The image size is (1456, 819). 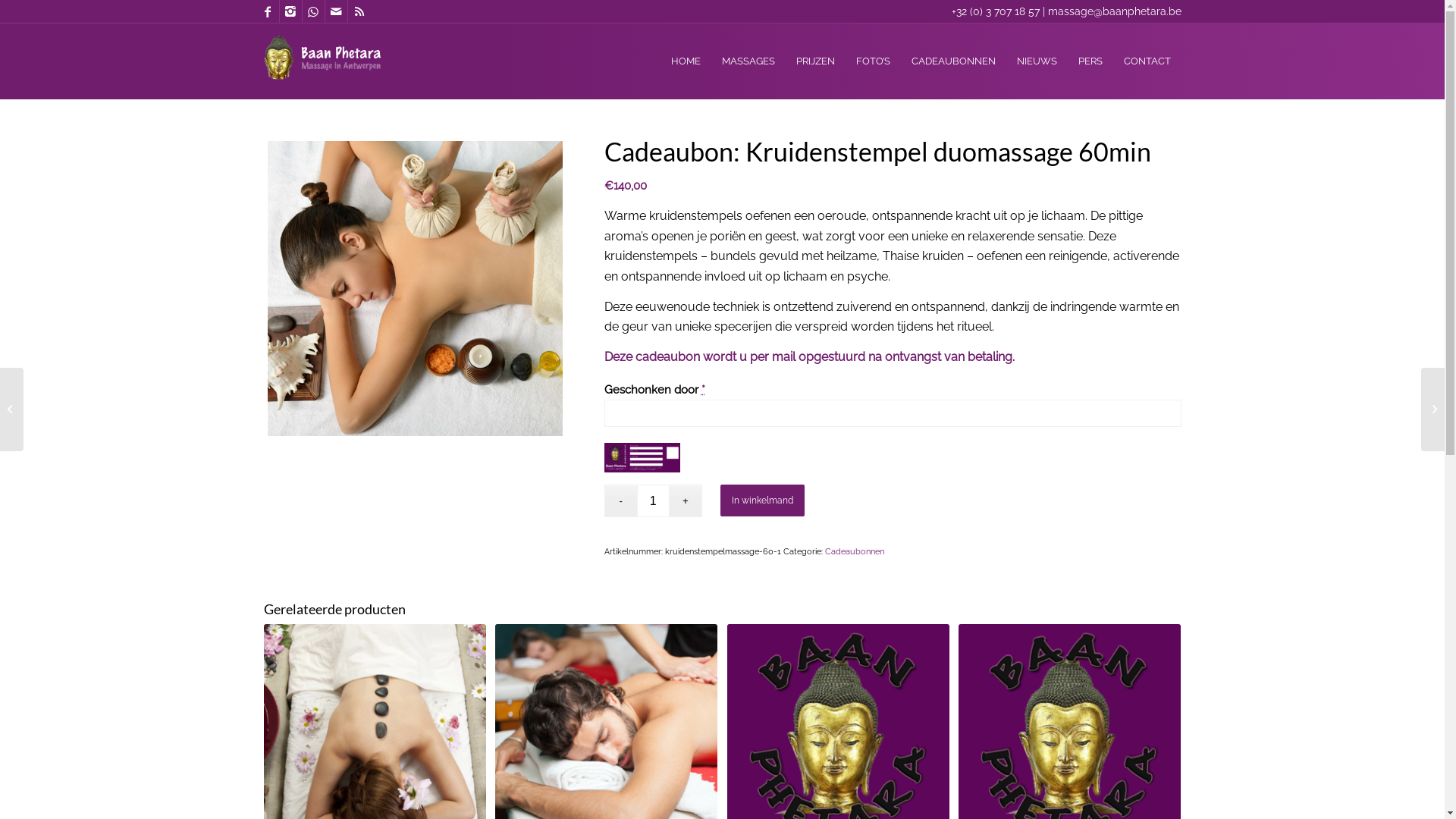 I want to click on 'Aantal', so click(x=637, y=500).